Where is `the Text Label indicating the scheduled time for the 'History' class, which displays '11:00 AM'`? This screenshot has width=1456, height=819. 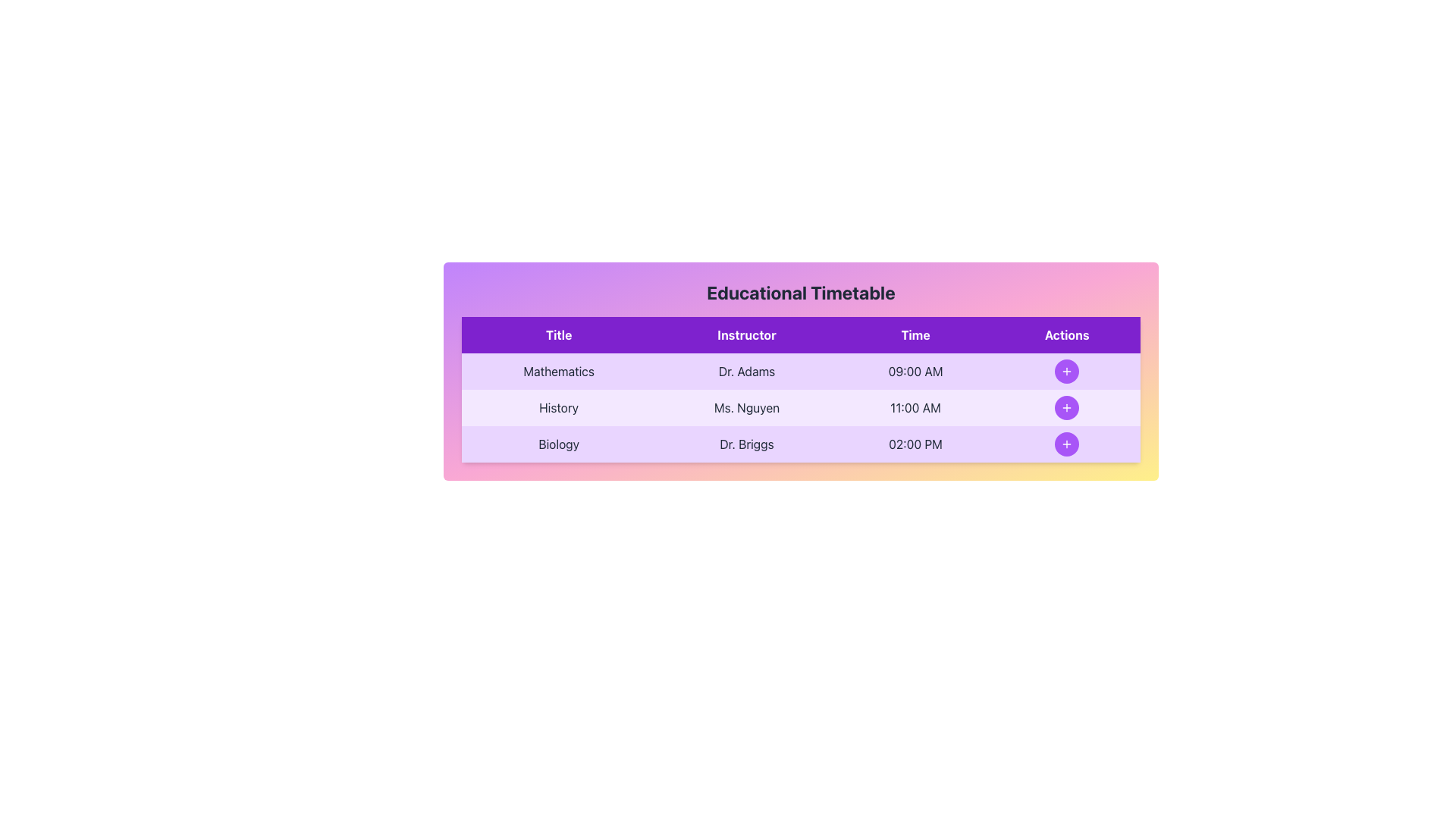 the Text Label indicating the scheduled time for the 'History' class, which displays '11:00 AM' is located at coordinates (915, 406).